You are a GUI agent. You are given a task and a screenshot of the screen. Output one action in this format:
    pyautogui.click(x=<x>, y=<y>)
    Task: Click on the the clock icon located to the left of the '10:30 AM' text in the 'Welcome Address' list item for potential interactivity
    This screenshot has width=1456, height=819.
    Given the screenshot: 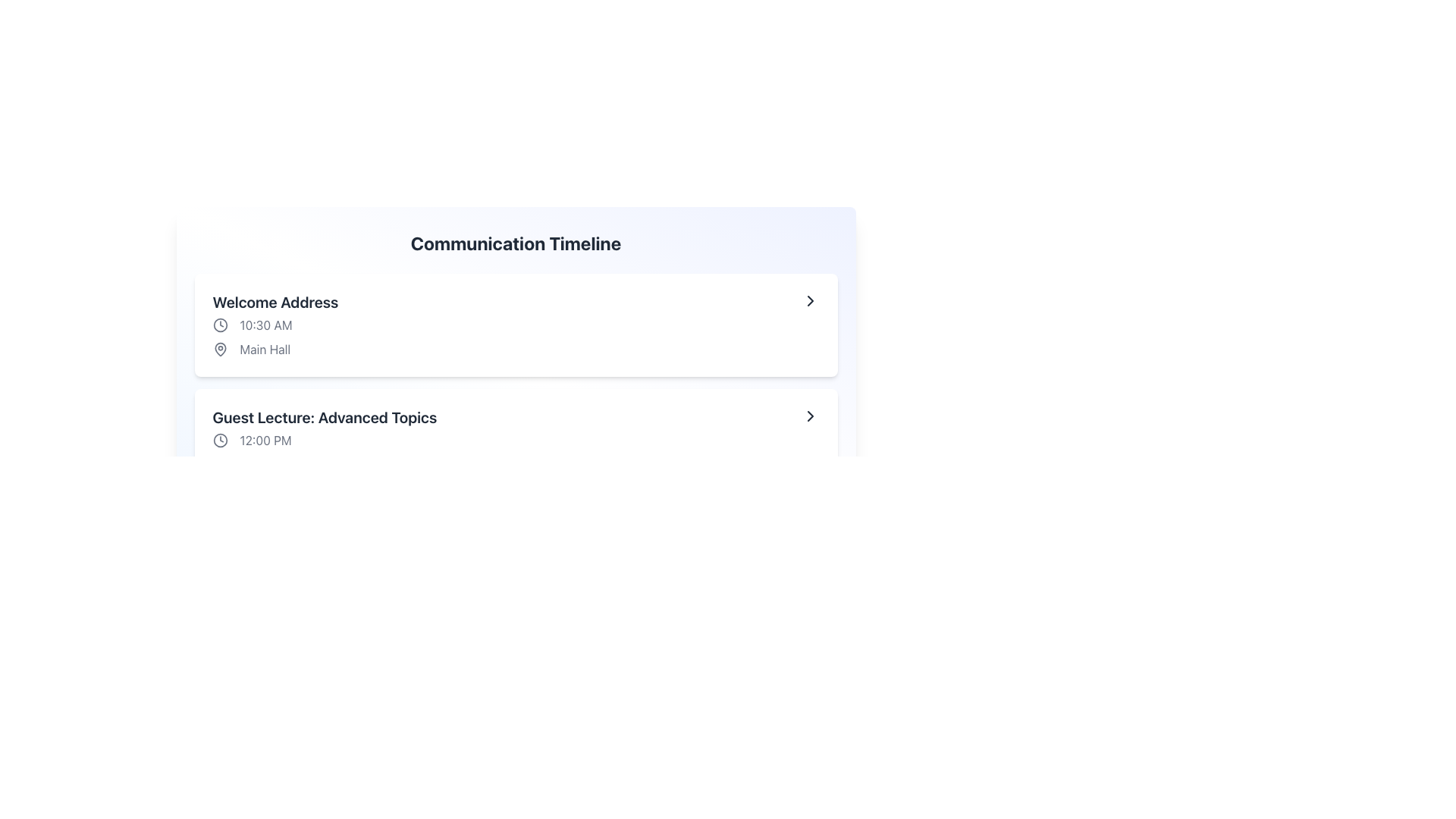 What is the action you would take?
    pyautogui.click(x=219, y=324)
    